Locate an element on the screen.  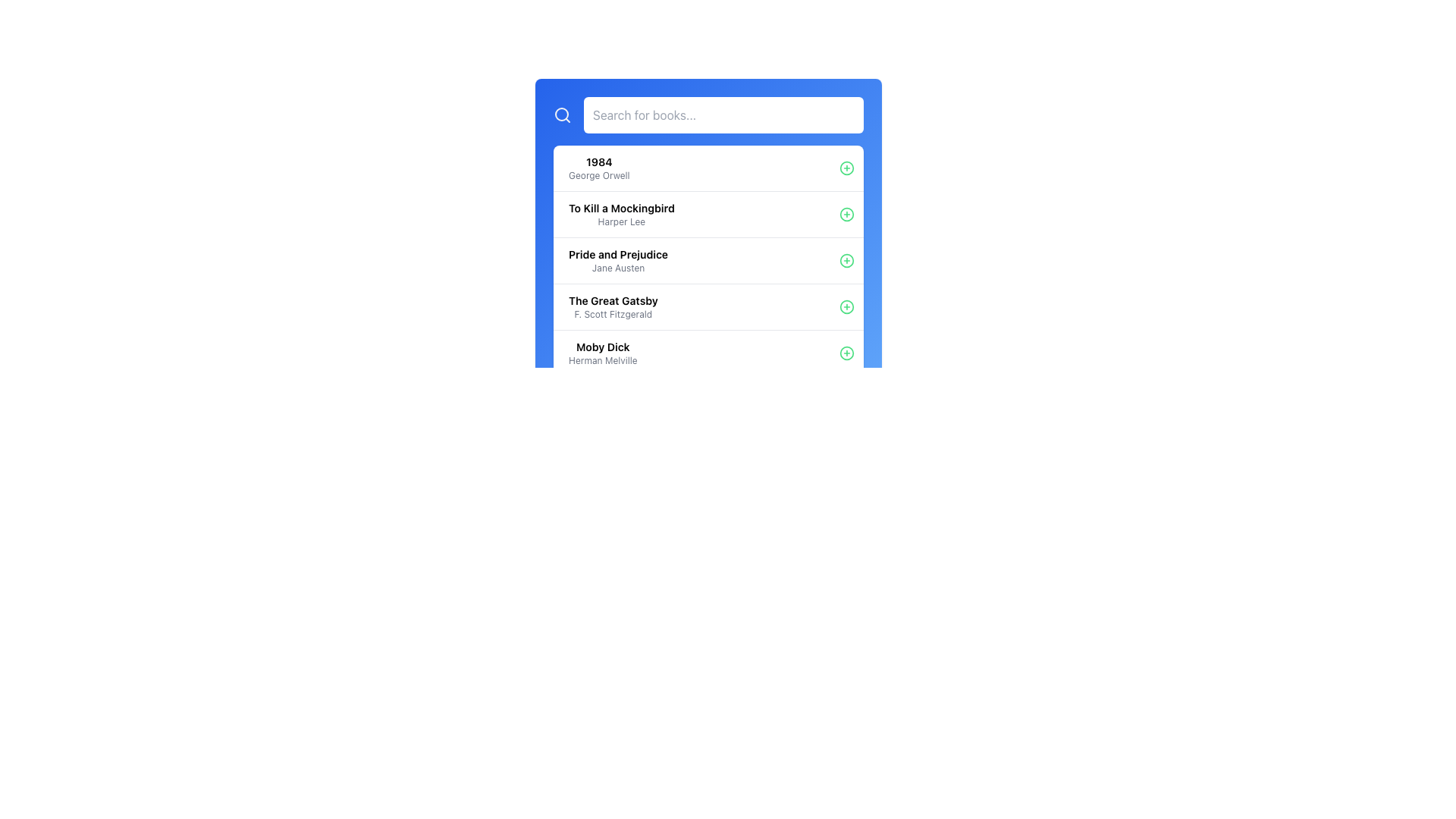
text label displaying the title '1984' located at the top of the first list item under the search bar is located at coordinates (598, 162).